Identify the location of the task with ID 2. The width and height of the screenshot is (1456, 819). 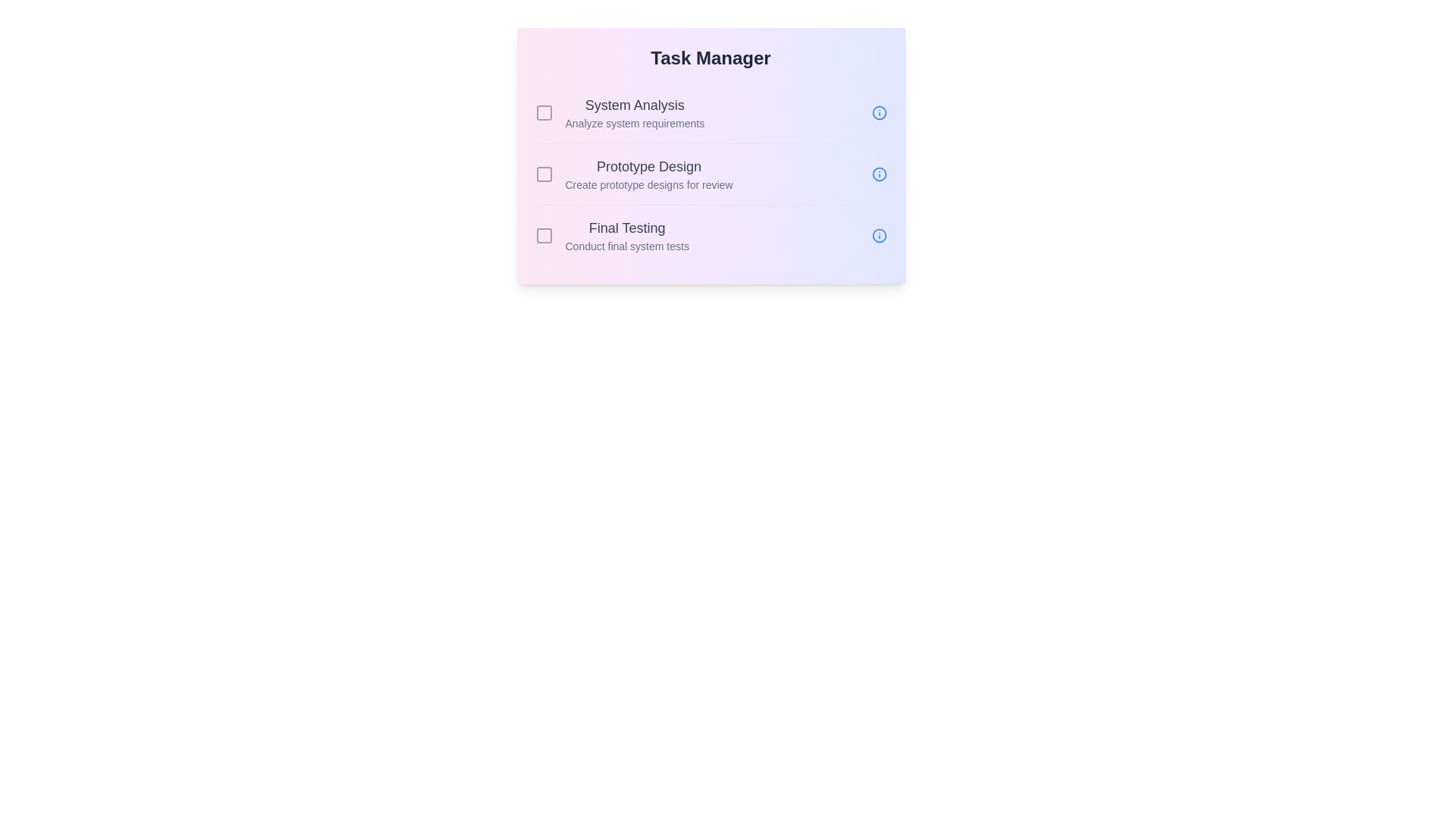
(544, 174).